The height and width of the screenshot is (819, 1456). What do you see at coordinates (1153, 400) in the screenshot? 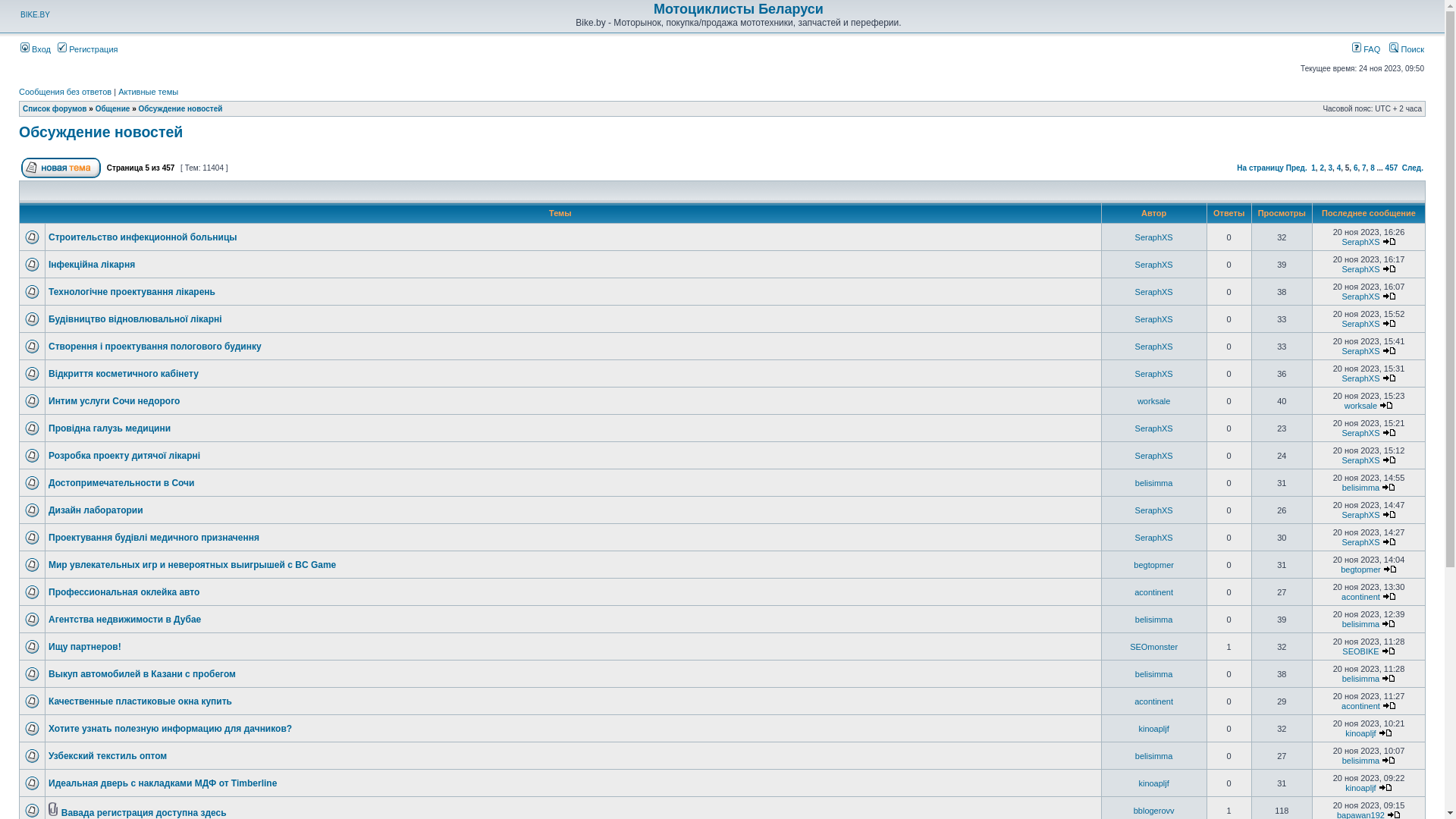
I see `'worksale'` at bounding box center [1153, 400].